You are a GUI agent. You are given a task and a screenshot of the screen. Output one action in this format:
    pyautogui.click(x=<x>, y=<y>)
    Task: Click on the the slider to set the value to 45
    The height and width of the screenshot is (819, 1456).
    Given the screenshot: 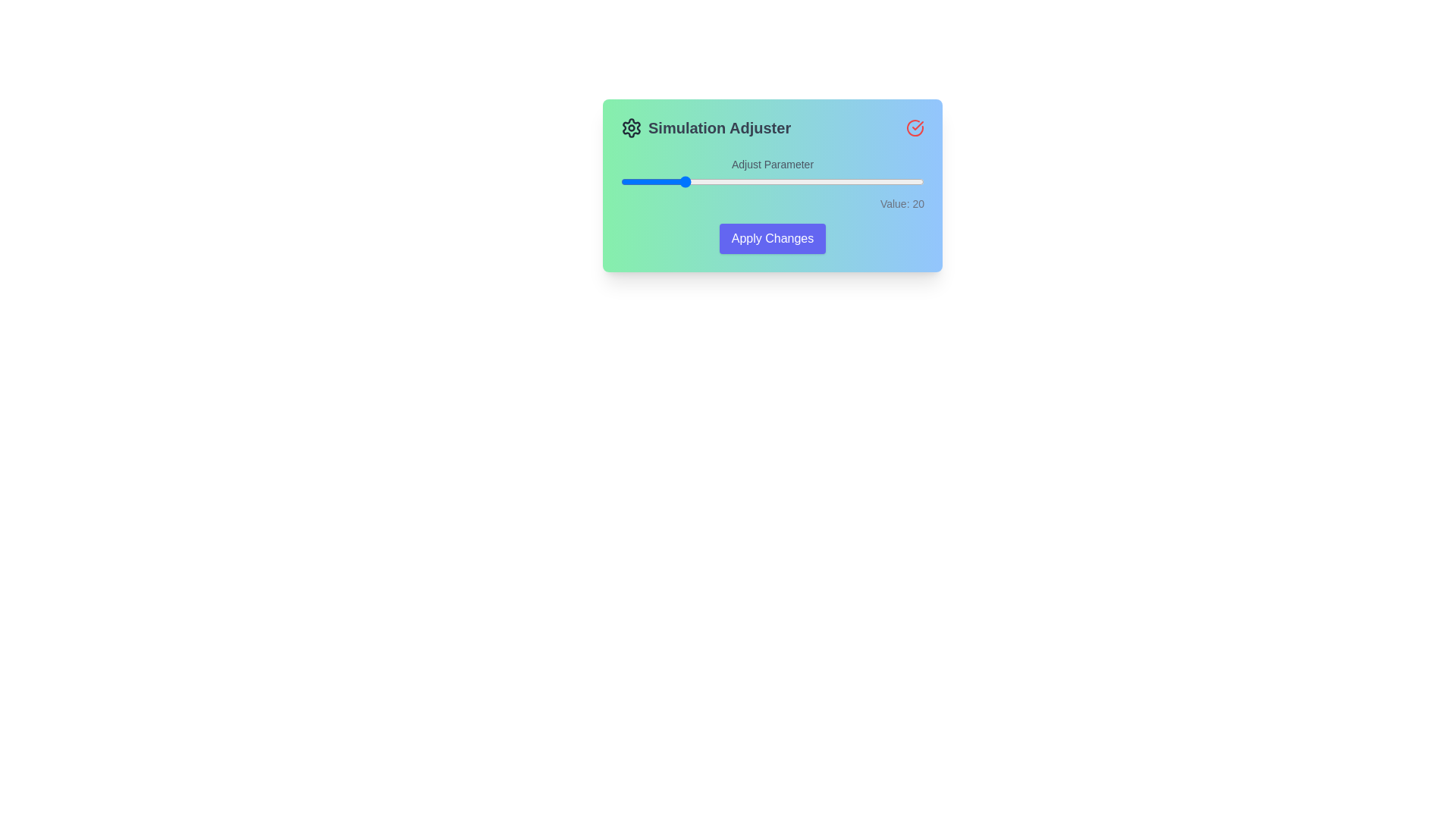 What is the action you would take?
    pyautogui.click(x=757, y=180)
    